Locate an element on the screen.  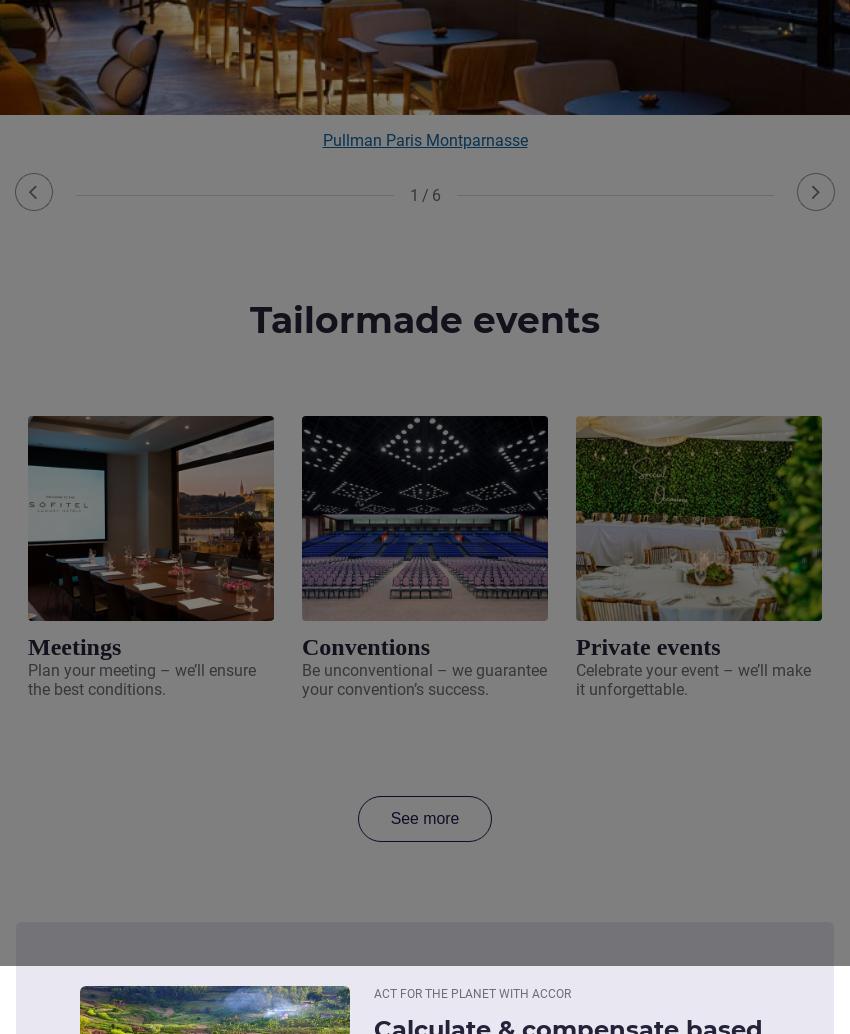
'Pullman Paris Montparnasse' is located at coordinates (424, 140).